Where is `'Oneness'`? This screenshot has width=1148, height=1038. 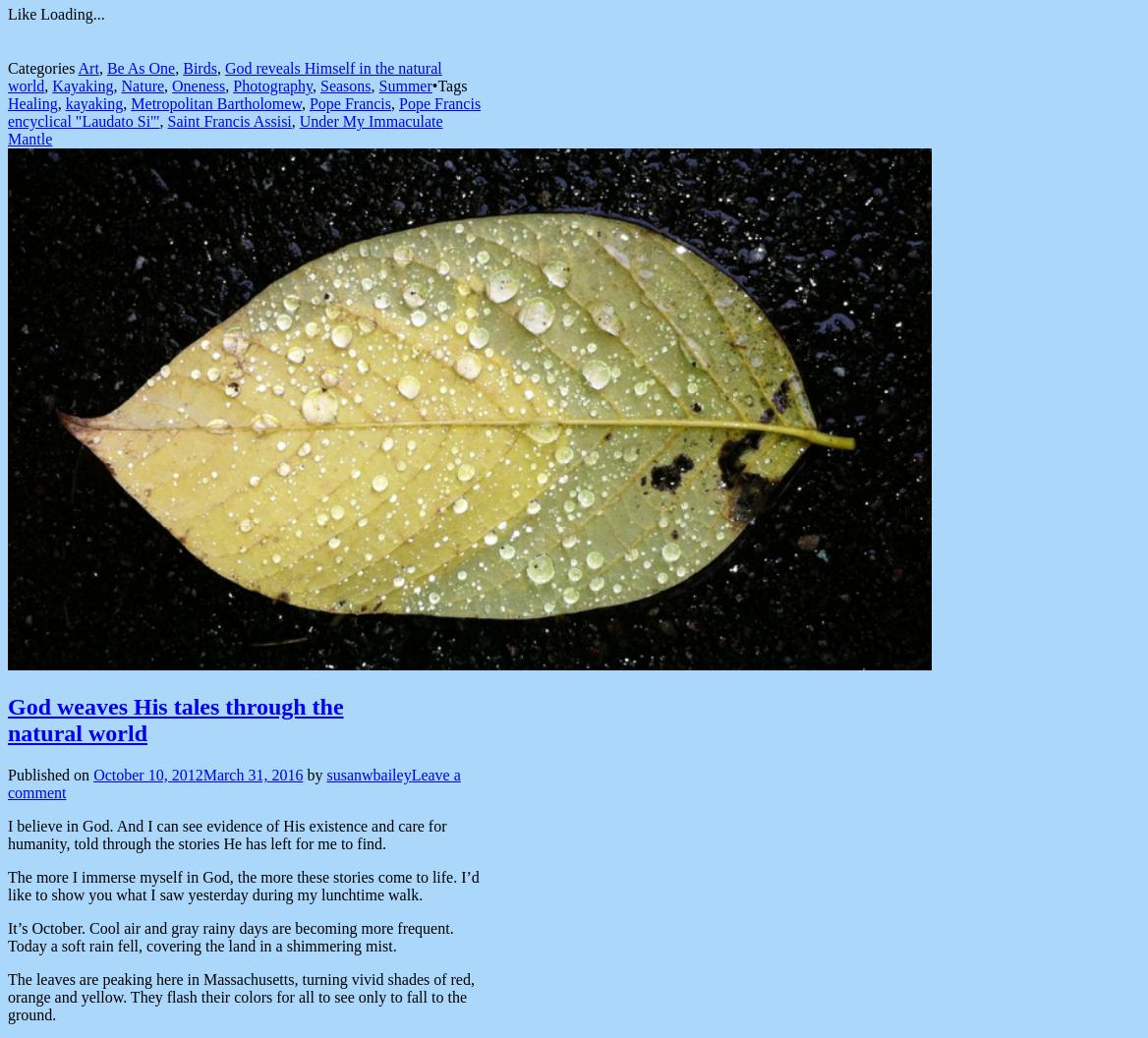 'Oneness' is located at coordinates (171, 85).